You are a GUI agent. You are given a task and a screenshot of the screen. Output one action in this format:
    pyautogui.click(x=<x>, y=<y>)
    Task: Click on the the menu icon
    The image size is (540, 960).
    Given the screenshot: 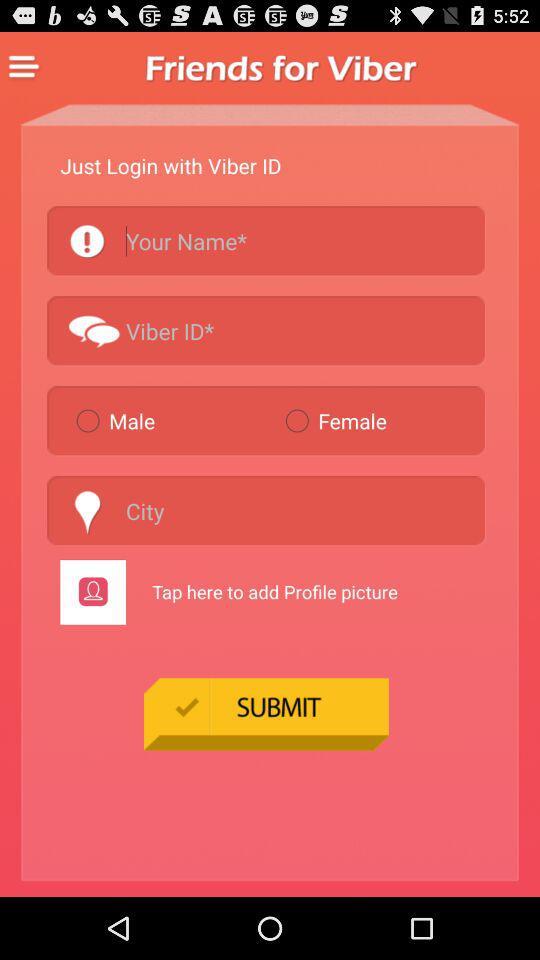 What is the action you would take?
    pyautogui.click(x=23, y=72)
    